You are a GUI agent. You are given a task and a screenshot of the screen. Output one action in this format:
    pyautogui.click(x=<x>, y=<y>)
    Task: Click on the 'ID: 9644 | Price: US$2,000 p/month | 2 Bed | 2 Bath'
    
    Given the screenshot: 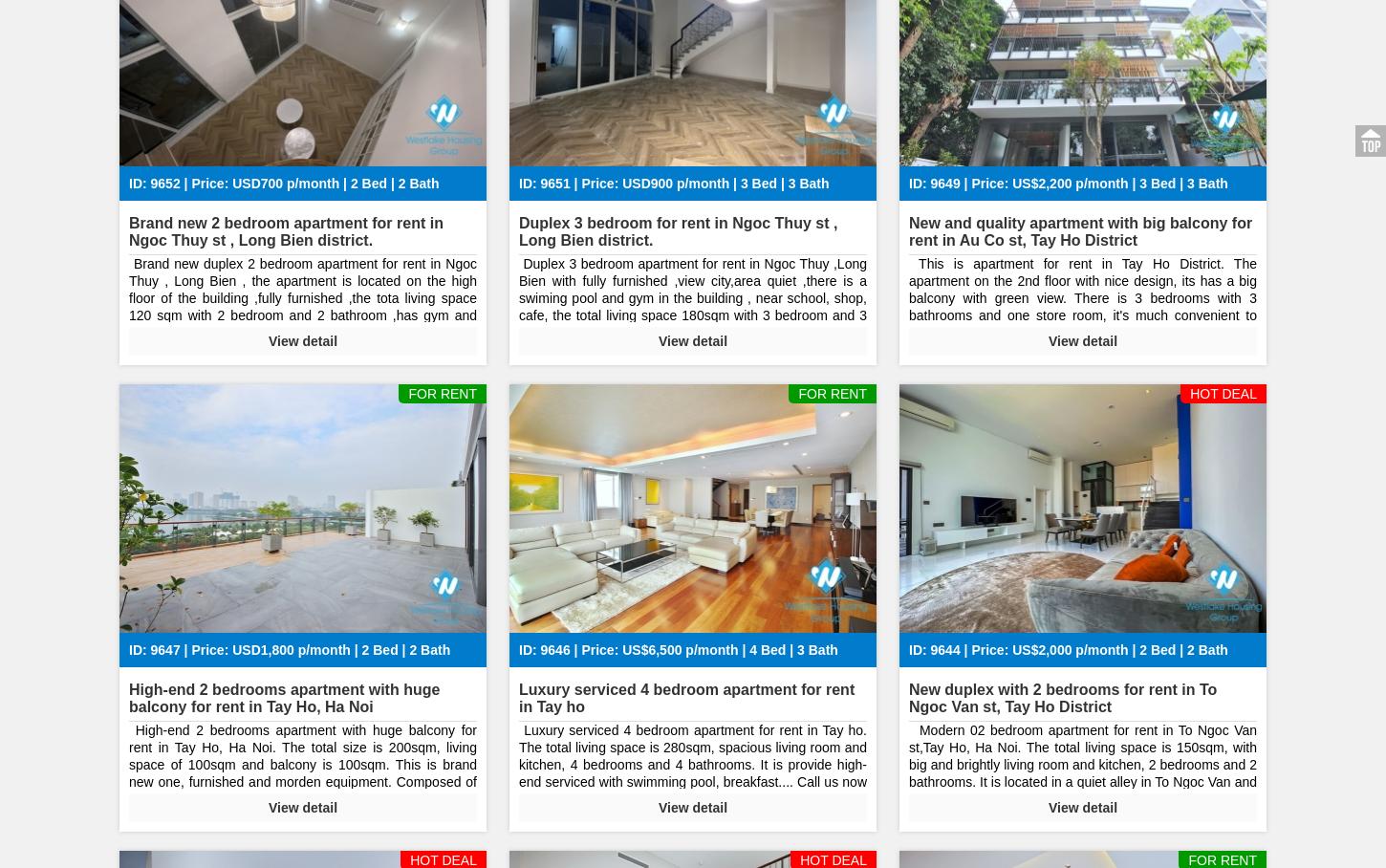 What is the action you would take?
    pyautogui.click(x=1067, y=649)
    